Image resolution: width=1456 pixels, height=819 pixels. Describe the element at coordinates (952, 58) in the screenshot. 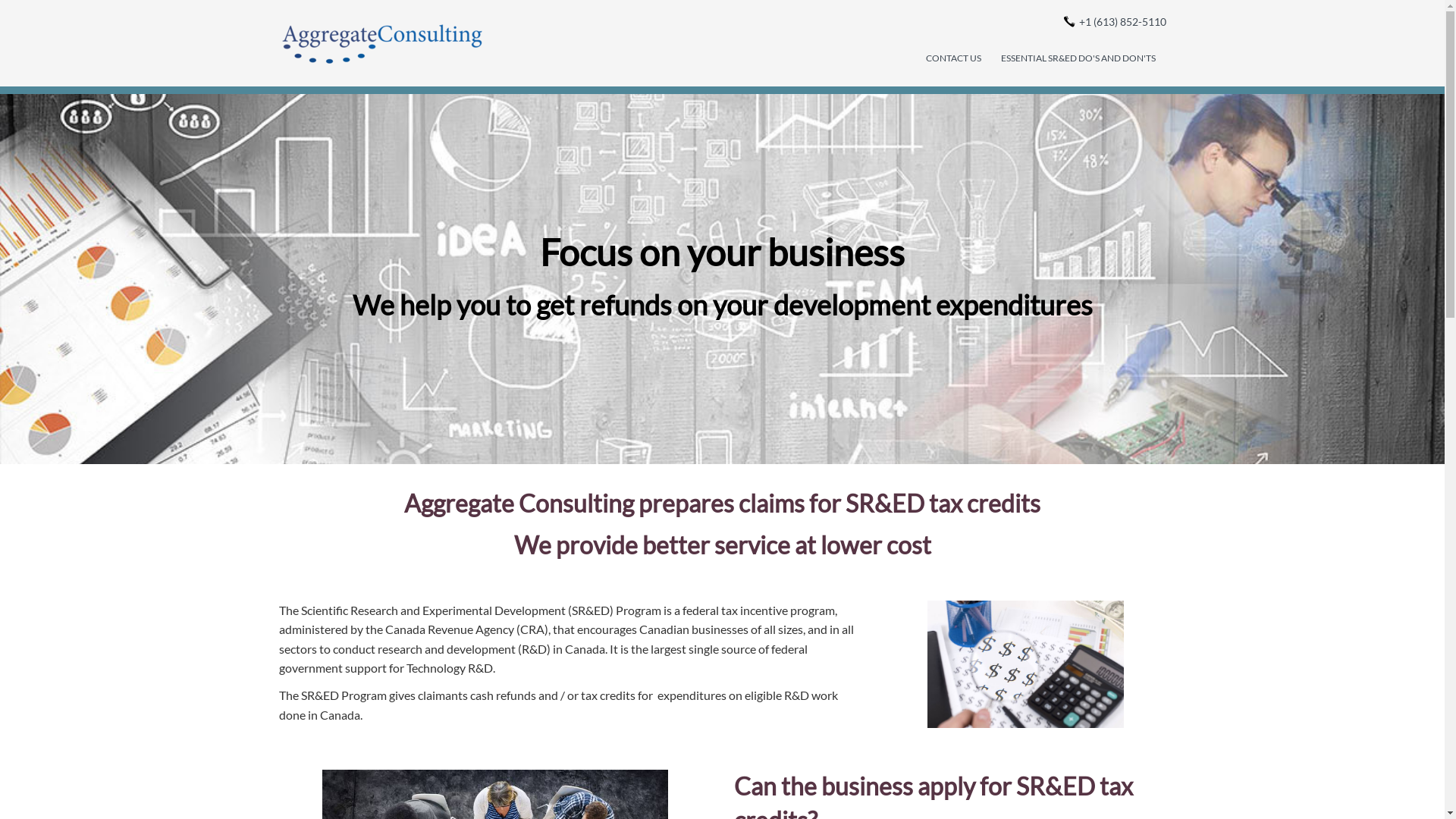

I see `'CONTACT US'` at that location.